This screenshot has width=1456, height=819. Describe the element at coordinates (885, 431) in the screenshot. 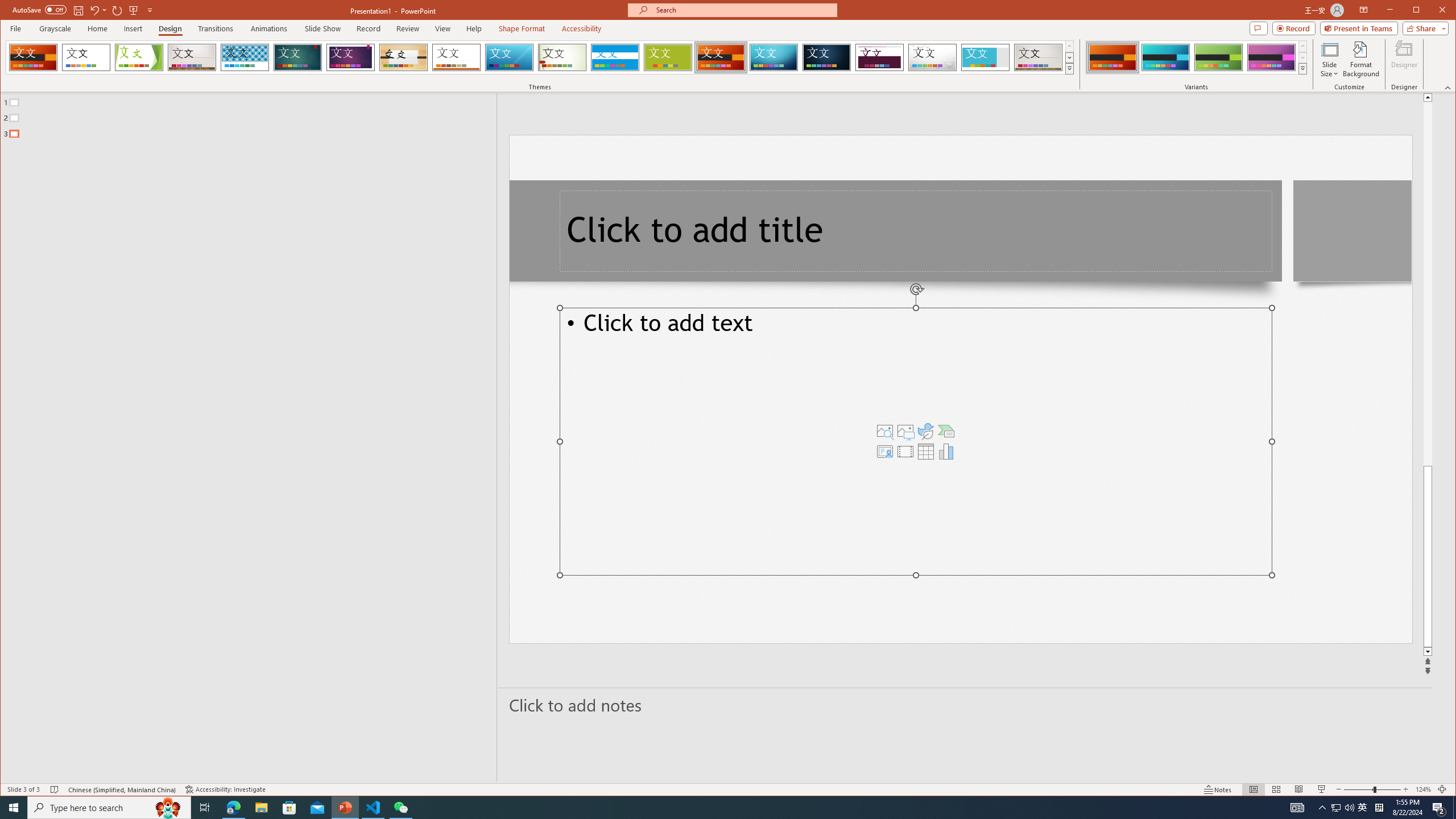

I see `'Stock Images'` at that location.